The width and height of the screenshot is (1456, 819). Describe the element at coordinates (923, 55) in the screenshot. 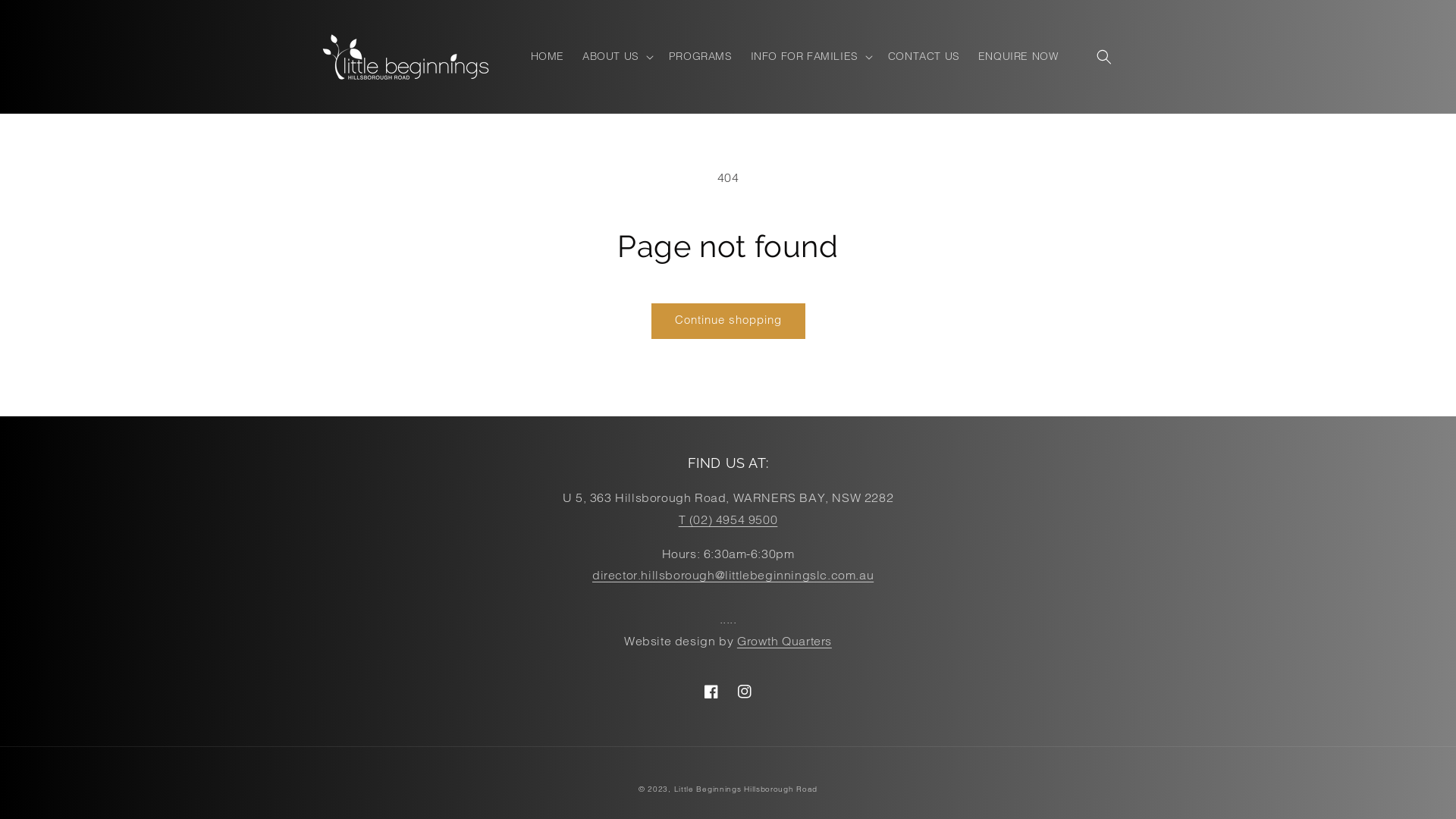

I see `'CONTACT US'` at that location.